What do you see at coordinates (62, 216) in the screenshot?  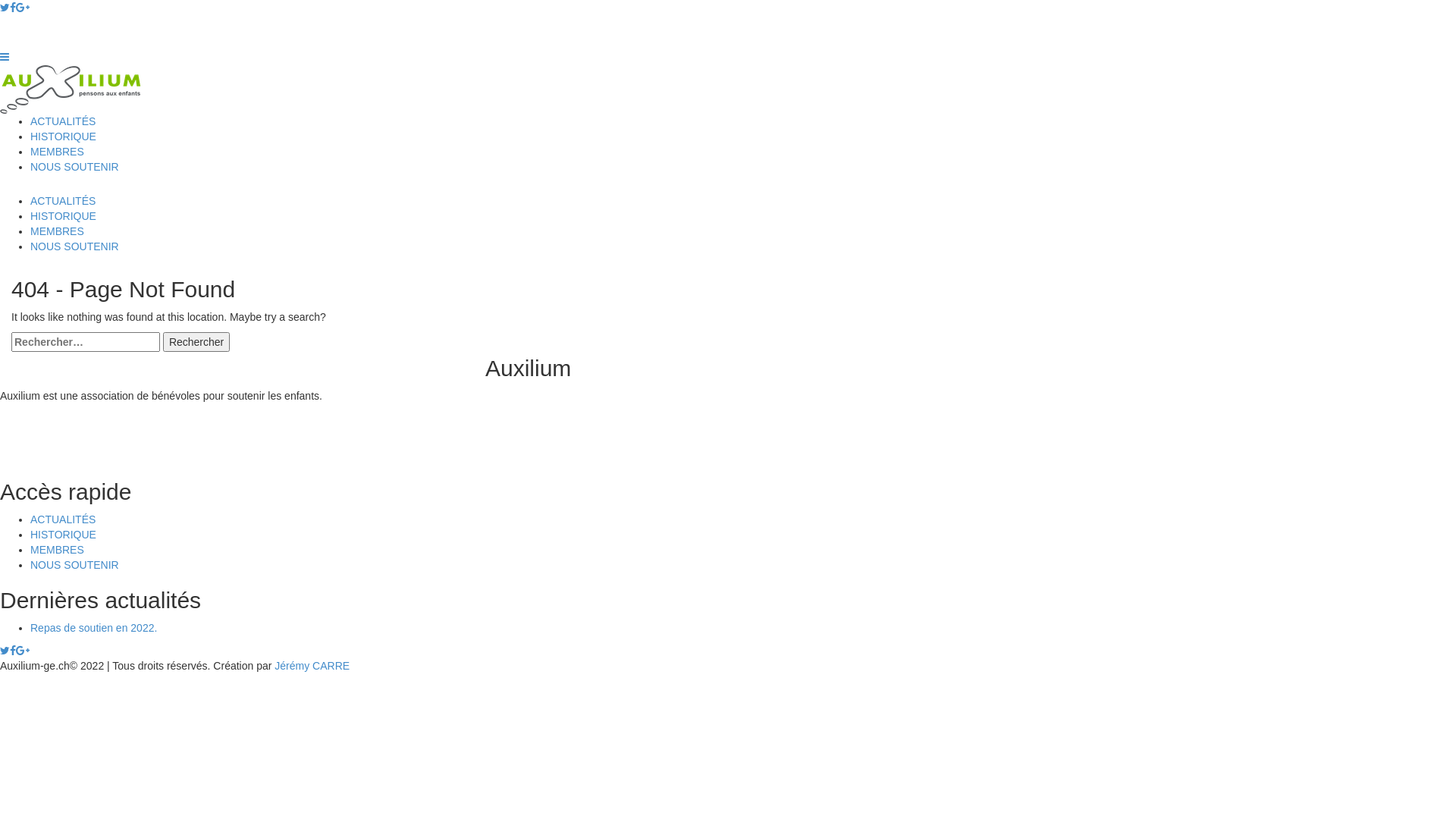 I see `'HISTORIQUE'` at bounding box center [62, 216].